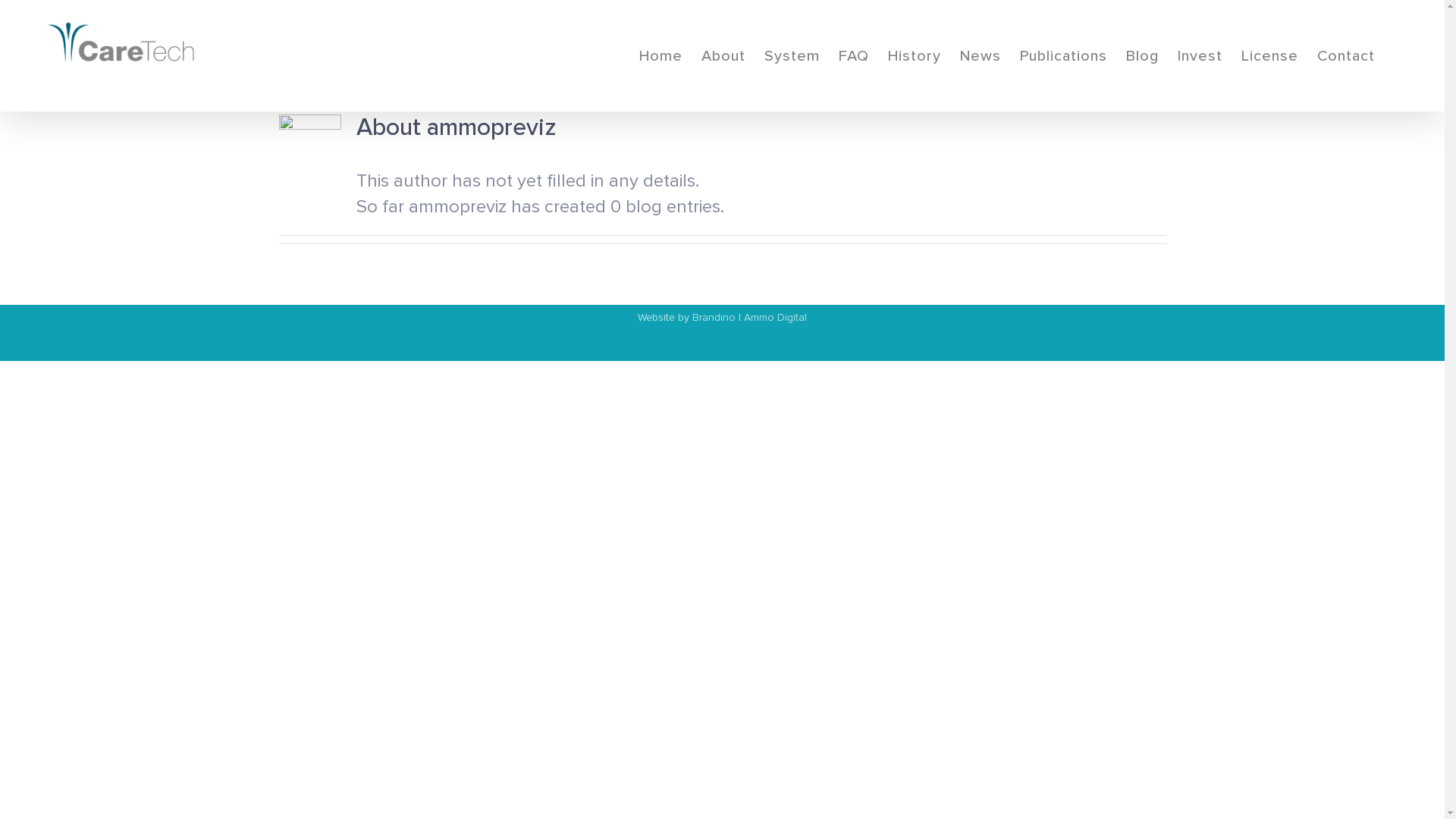 Image resolution: width=1456 pixels, height=819 pixels. What do you see at coordinates (1199, 55) in the screenshot?
I see `'Invest'` at bounding box center [1199, 55].